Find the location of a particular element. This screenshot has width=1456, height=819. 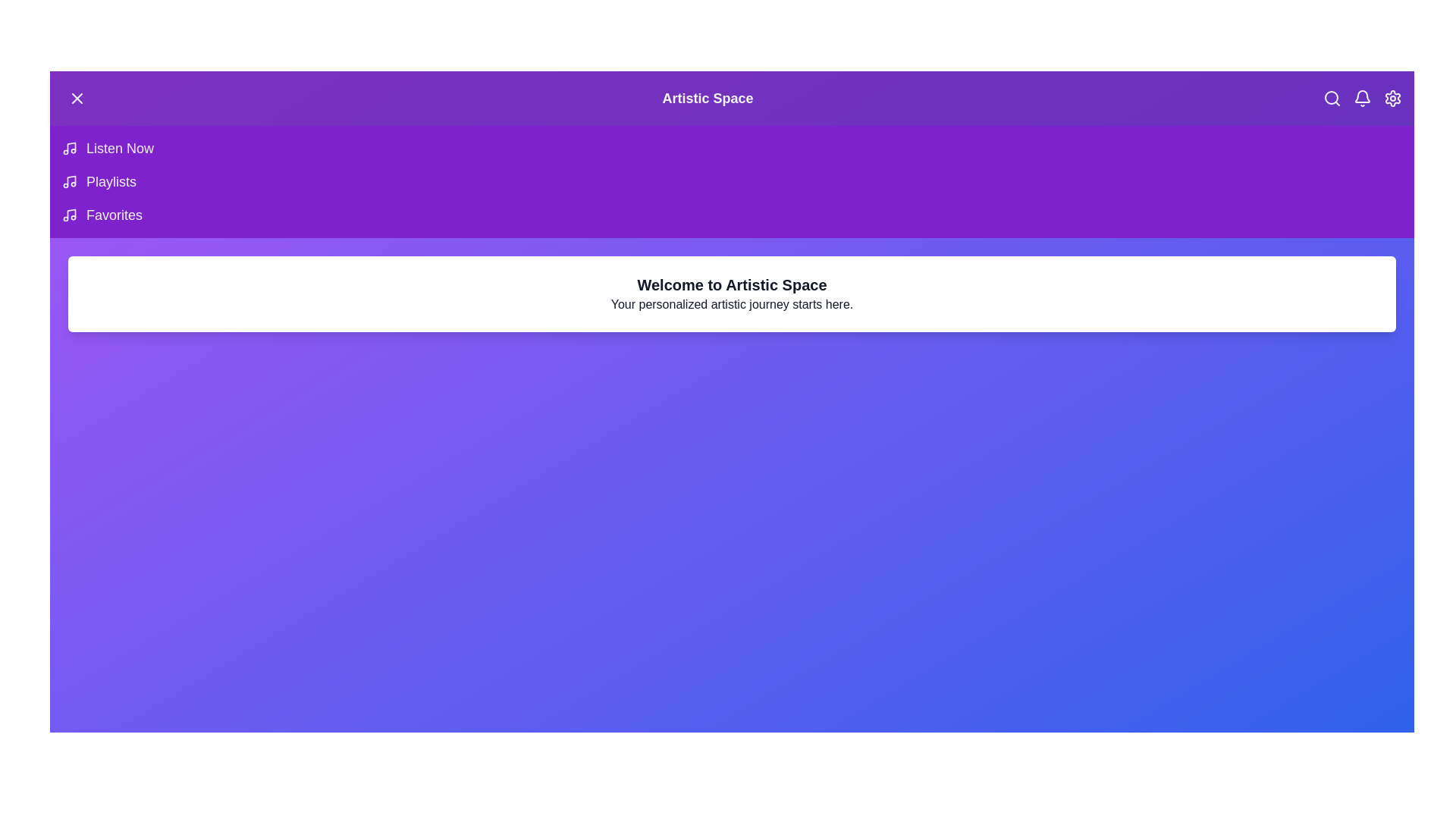

the 'Listen Now' link in the navigation menu is located at coordinates (119, 149).